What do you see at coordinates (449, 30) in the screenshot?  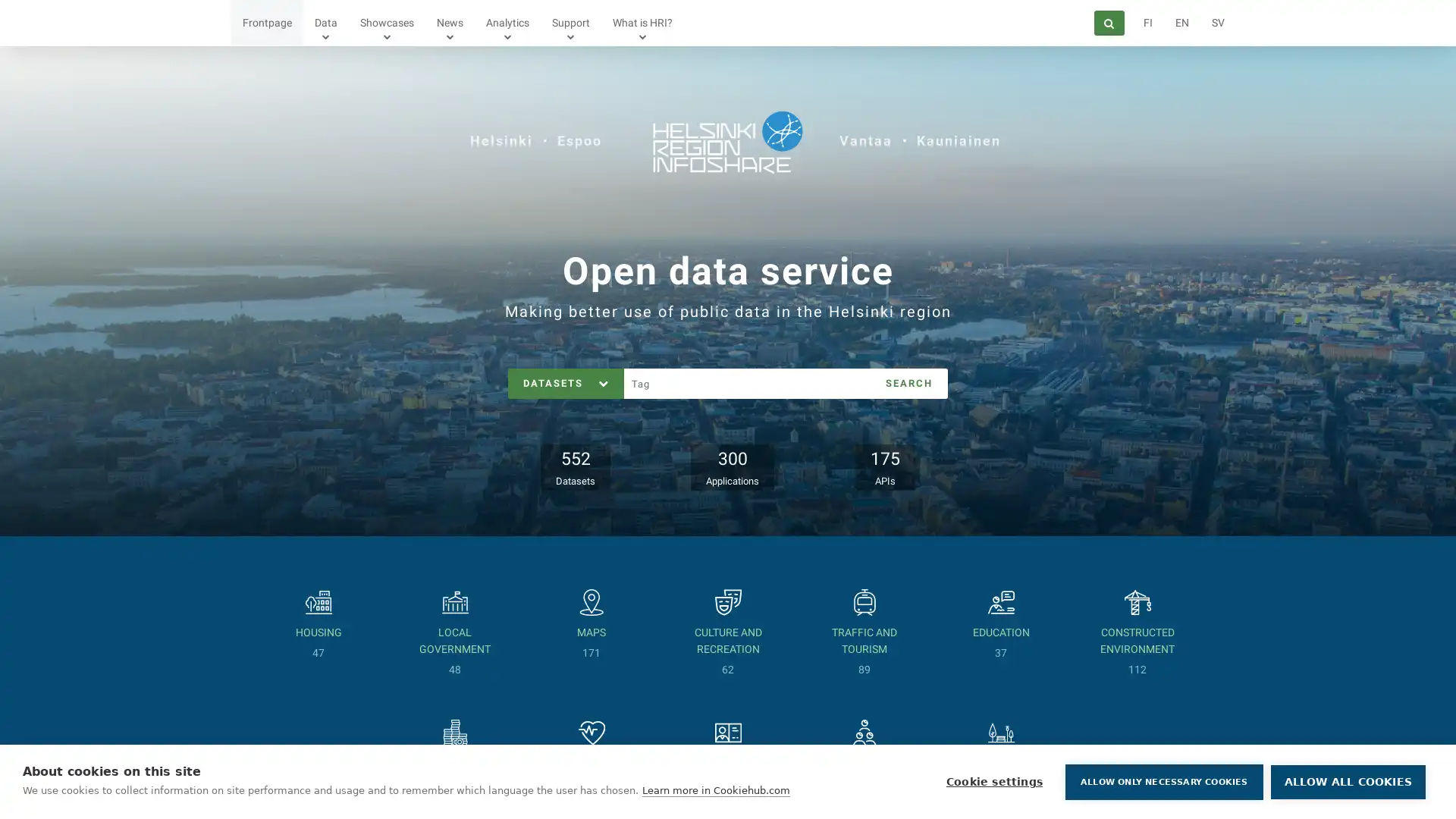 I see `Show submenu for News` at bounding box center [449, 30].